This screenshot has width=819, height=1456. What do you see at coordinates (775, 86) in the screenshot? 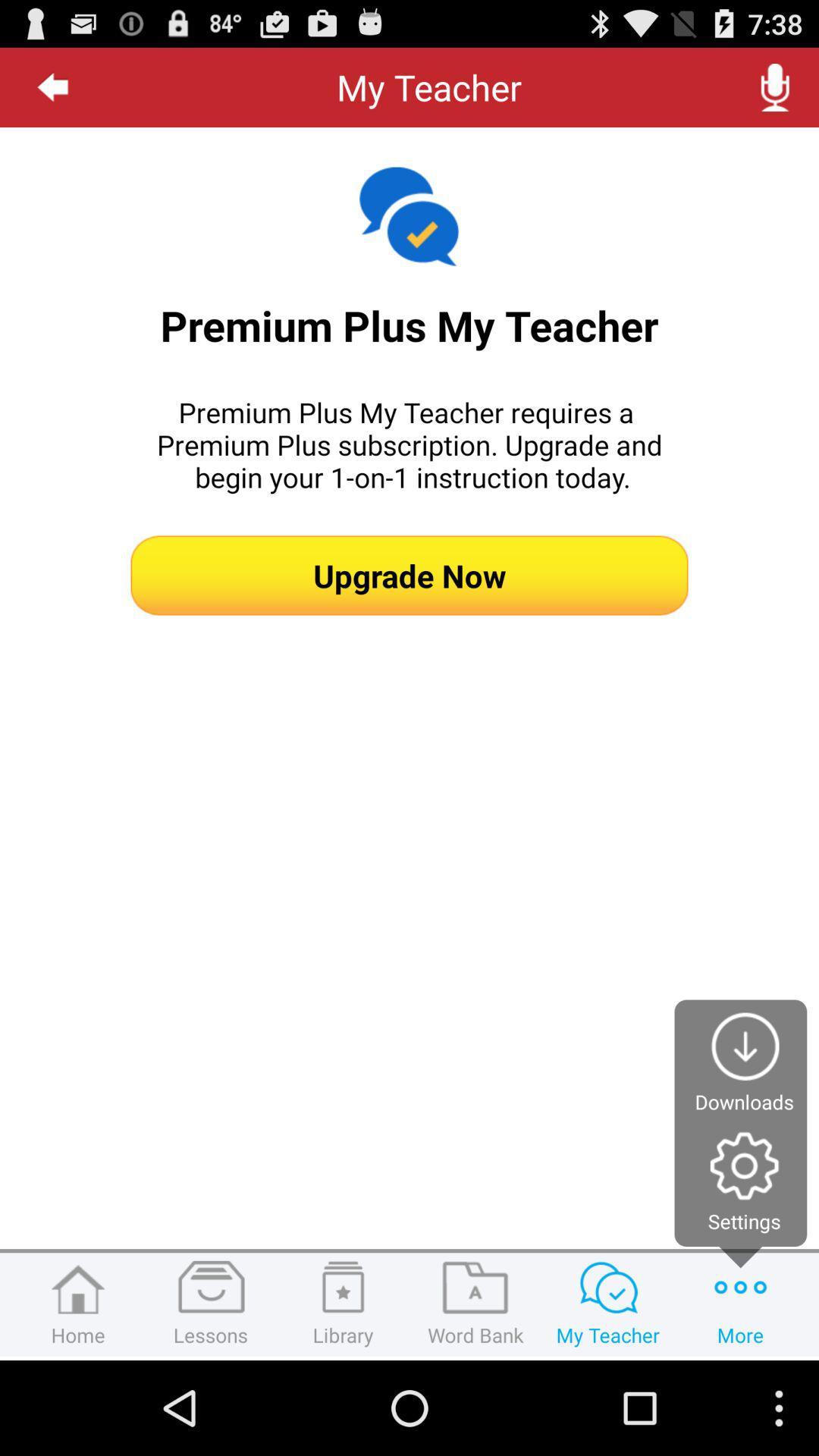
I see `the app to the right of the my teacher icon` at bounding box center [775, 86].